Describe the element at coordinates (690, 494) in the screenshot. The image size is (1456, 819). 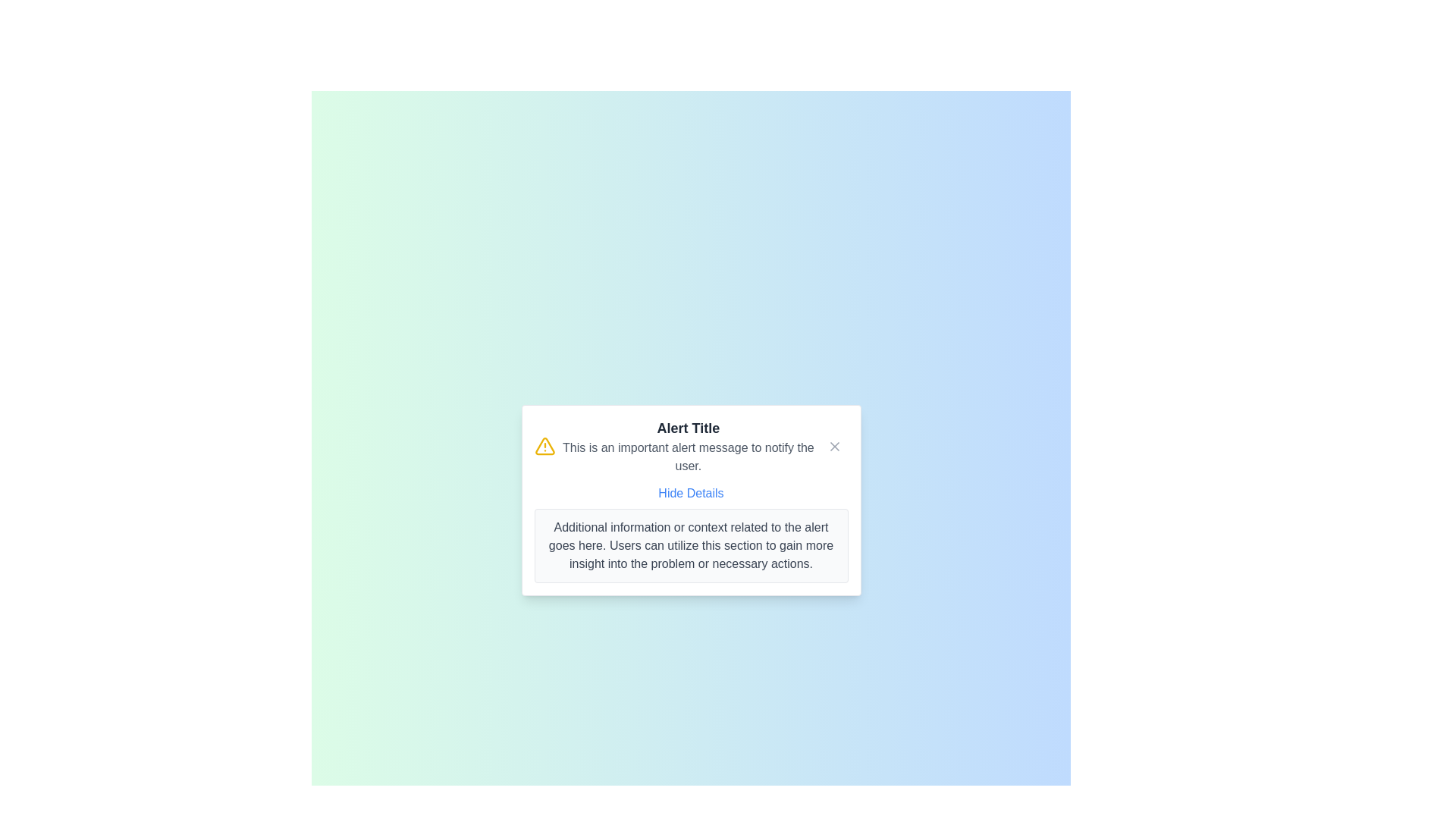
I see `the 'Hide Details' button to toggle the visibility of the alert details section` at that location.